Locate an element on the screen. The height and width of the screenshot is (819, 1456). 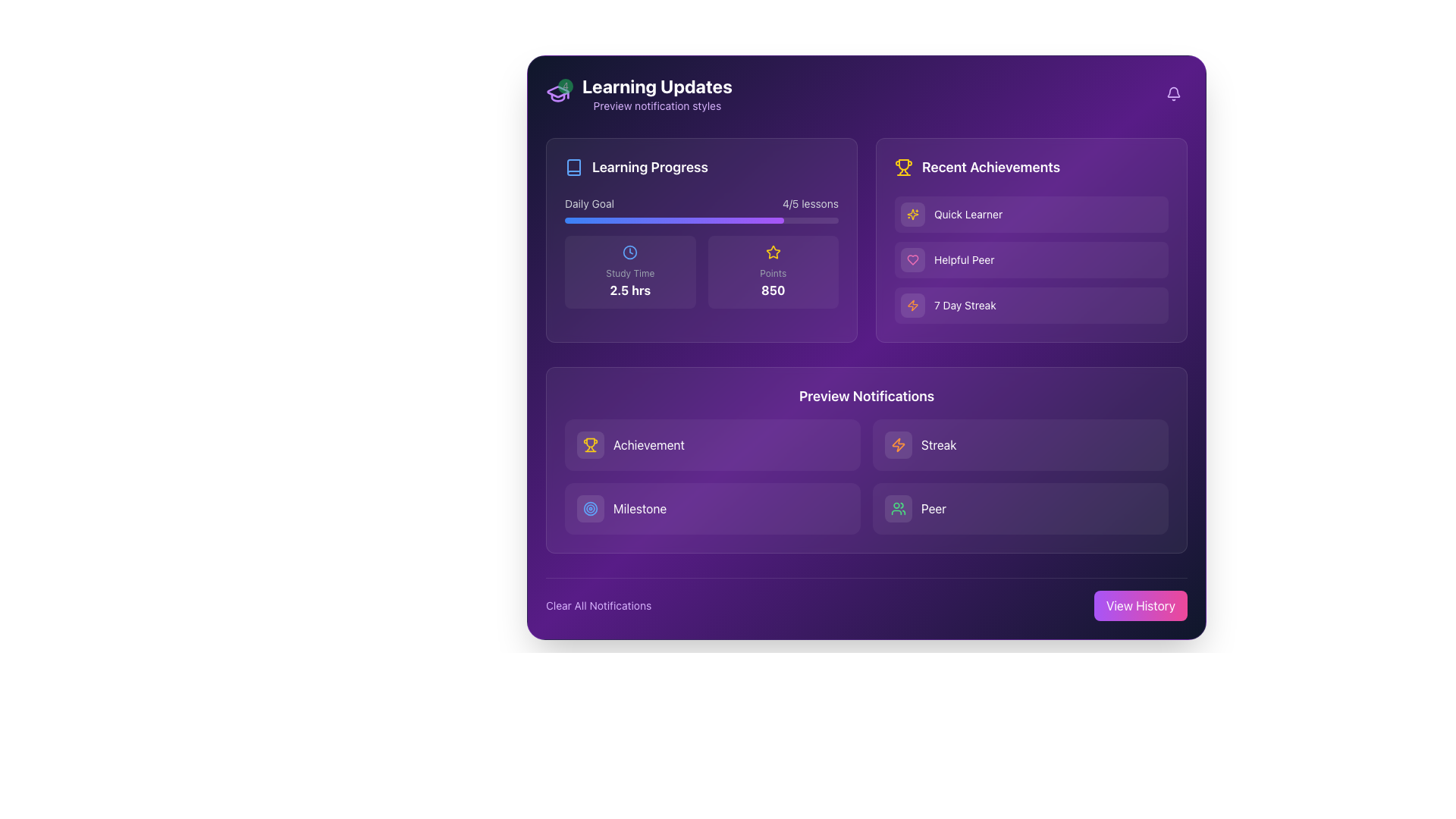
text of the header label for the 'Recent Achievements' section, which is located at the top-right area of the interface, immediately to the right of a trophy icon is located at coordinates (991, 167).